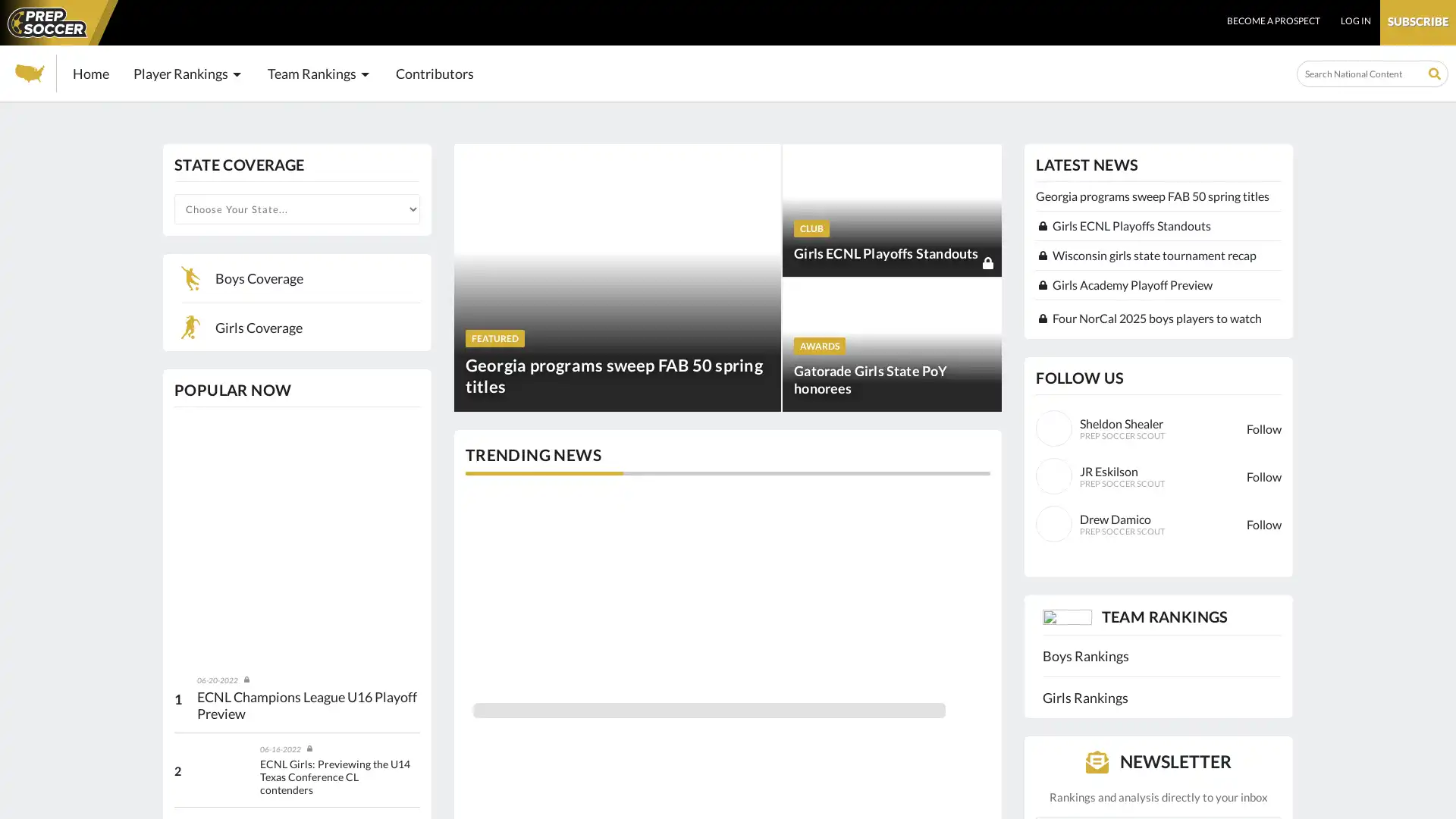 The width and height of the screenshot is (1456, 819). Describe the element at coordinates (466, 592) in the screenshot. I see `Previous` at that location.